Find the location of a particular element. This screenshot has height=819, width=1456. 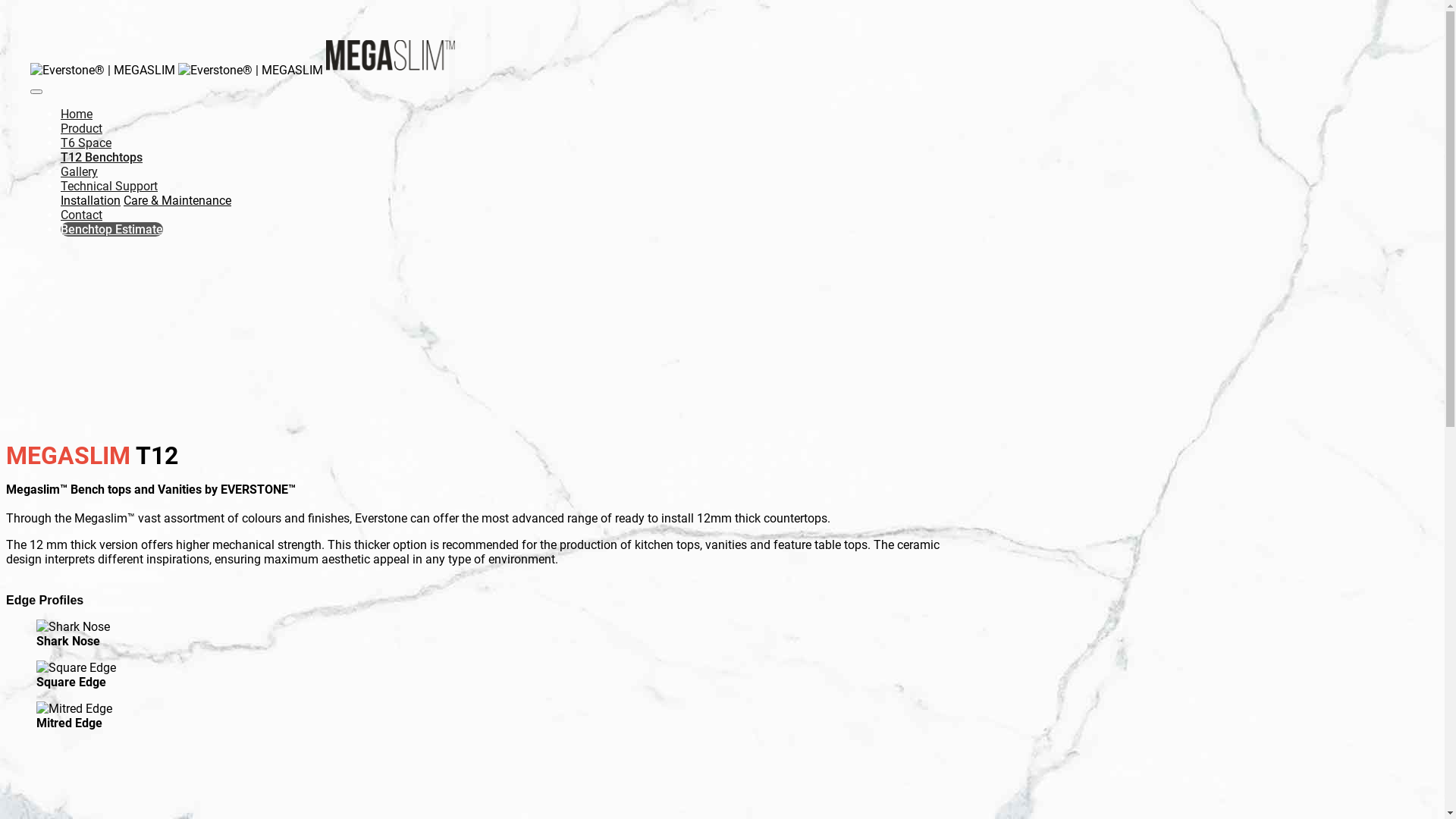

'Home' is located at coordinates (75, 113).